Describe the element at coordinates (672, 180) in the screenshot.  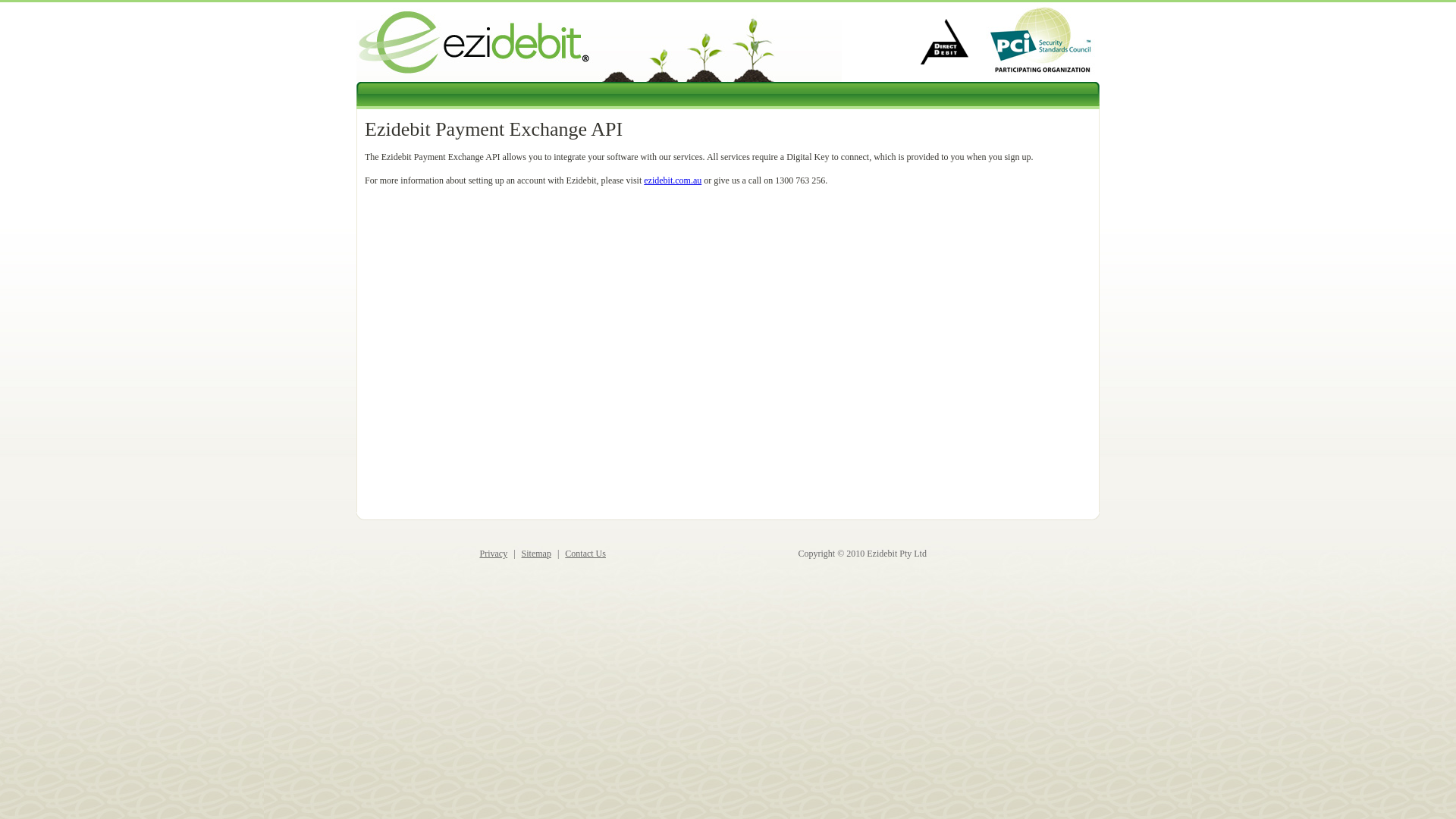
I see `'ezidebit.com.au'` at that location.